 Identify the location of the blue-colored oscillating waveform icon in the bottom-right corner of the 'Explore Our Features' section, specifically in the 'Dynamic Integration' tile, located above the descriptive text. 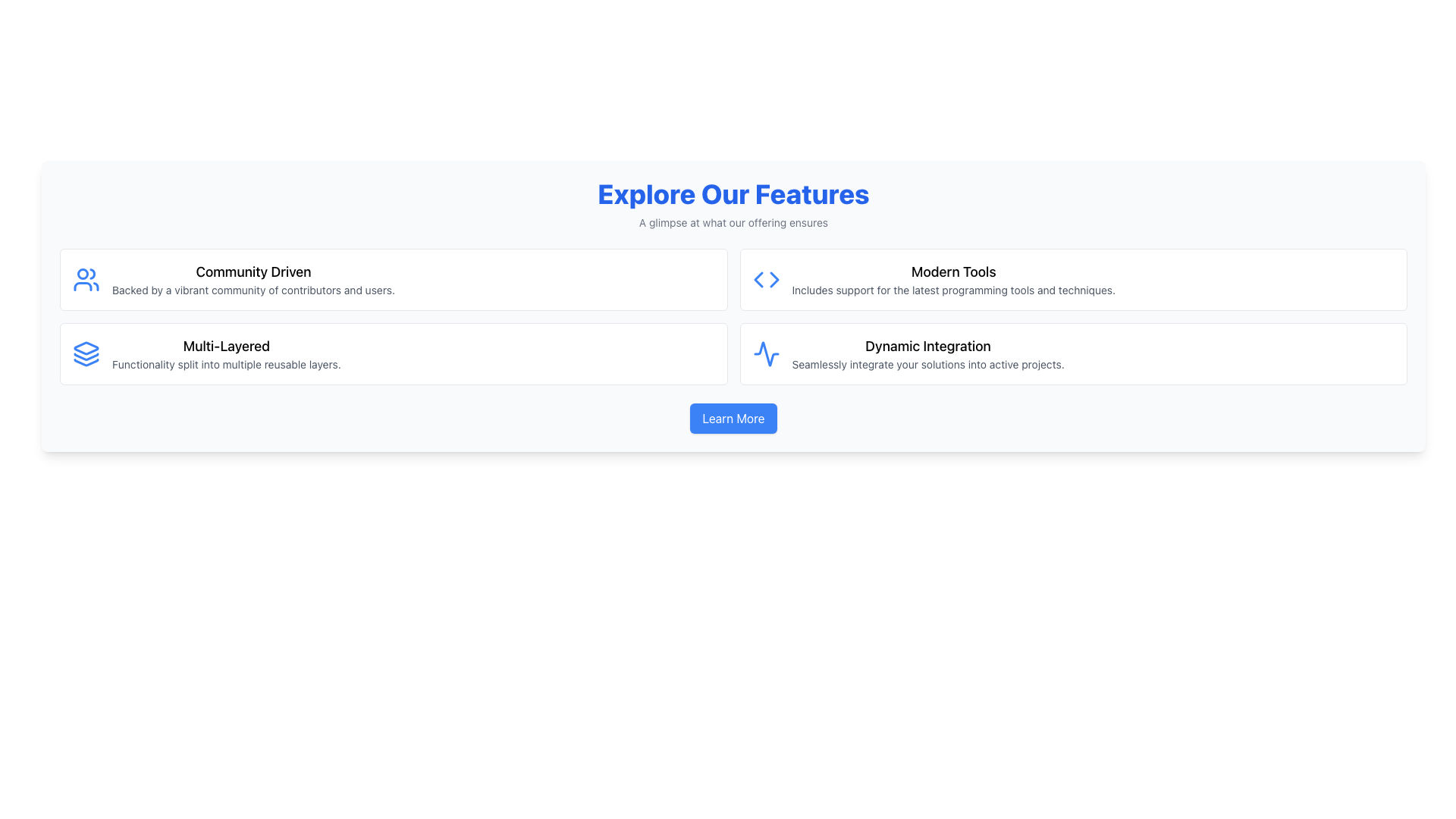
(766, 353).